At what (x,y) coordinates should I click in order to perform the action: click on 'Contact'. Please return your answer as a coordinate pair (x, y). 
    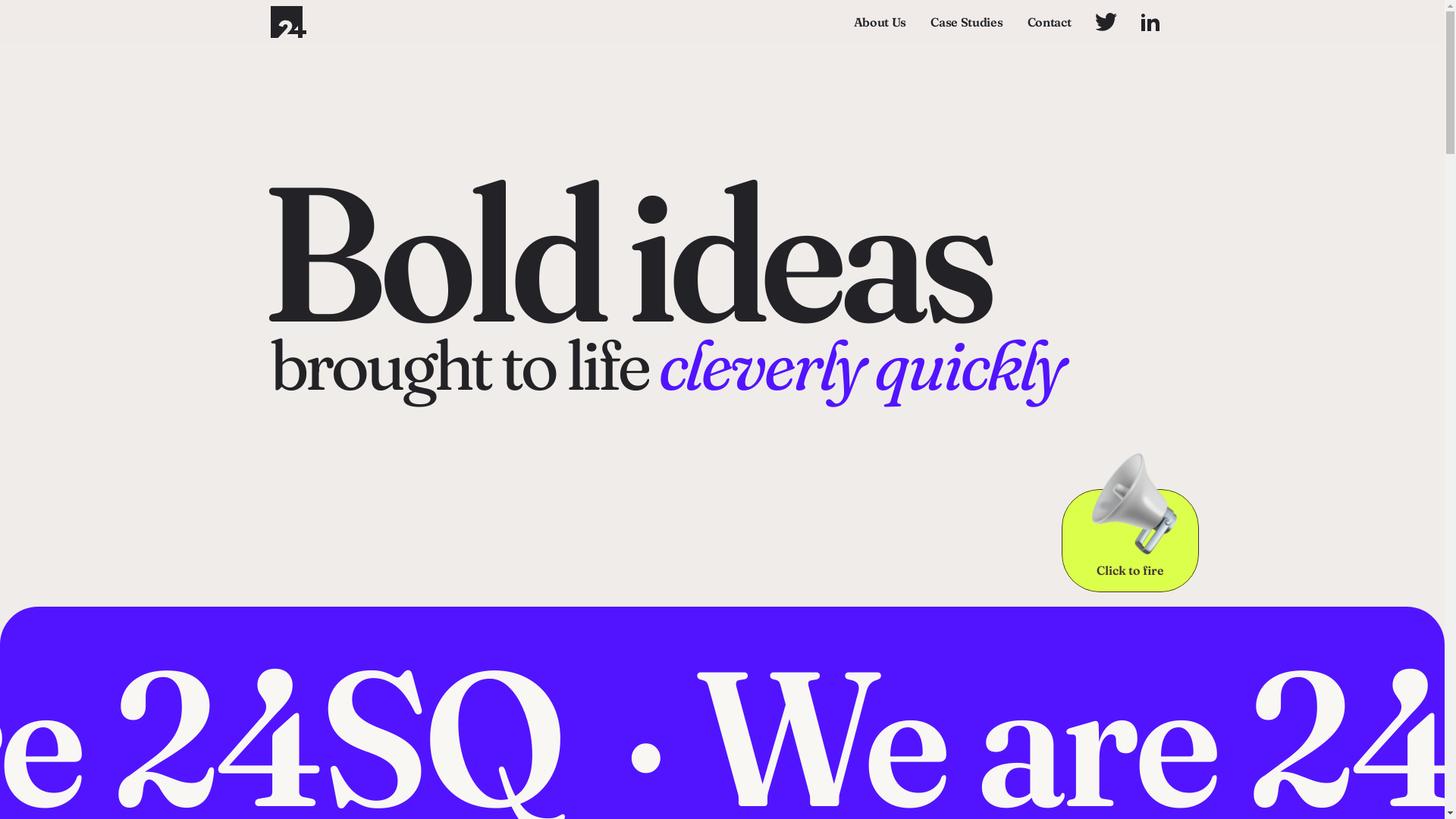
    Looking at the image, I should click on (1048, 22).